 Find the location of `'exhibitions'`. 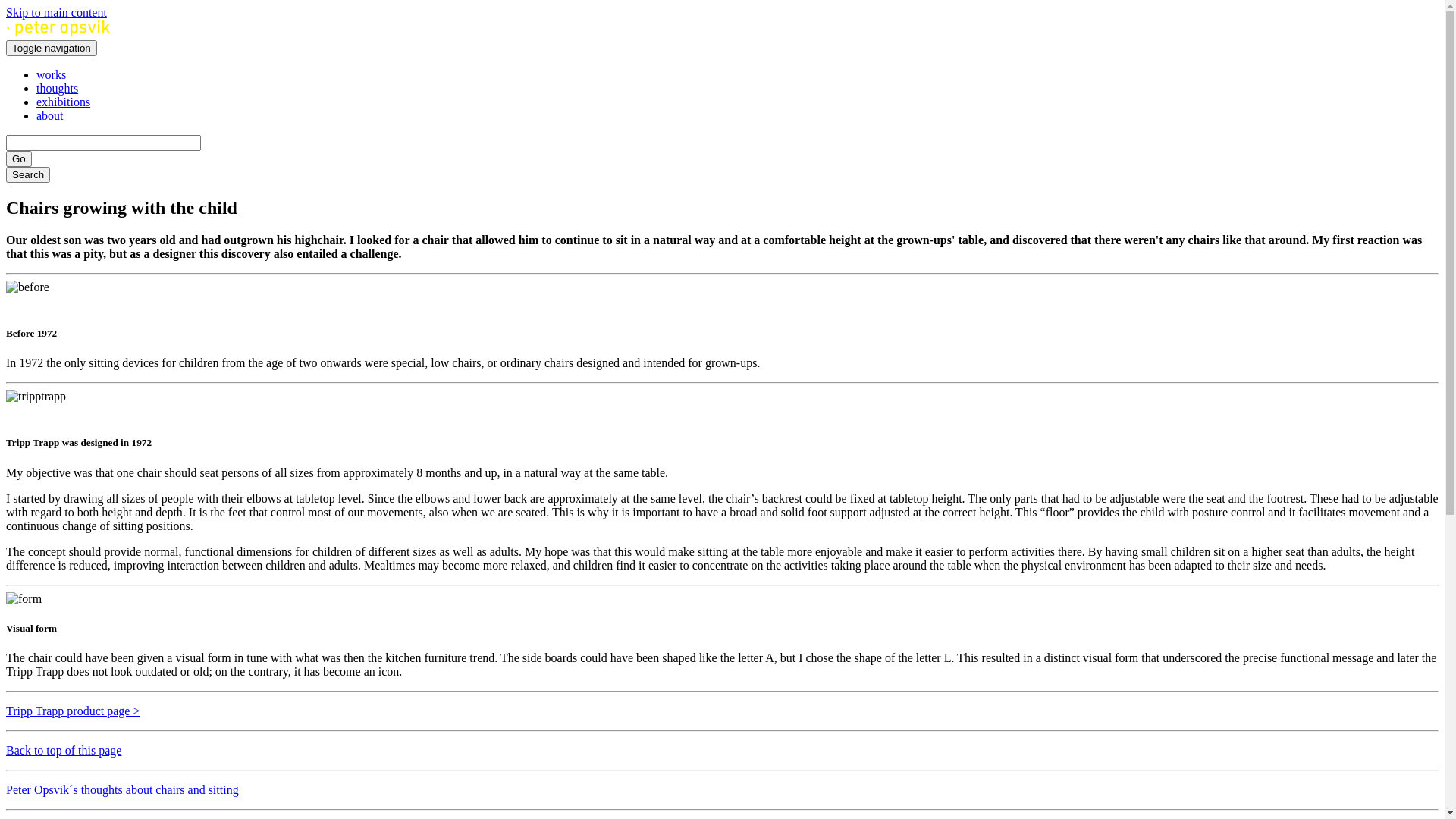

'exhibitions' is located at coordinates (62, 102).